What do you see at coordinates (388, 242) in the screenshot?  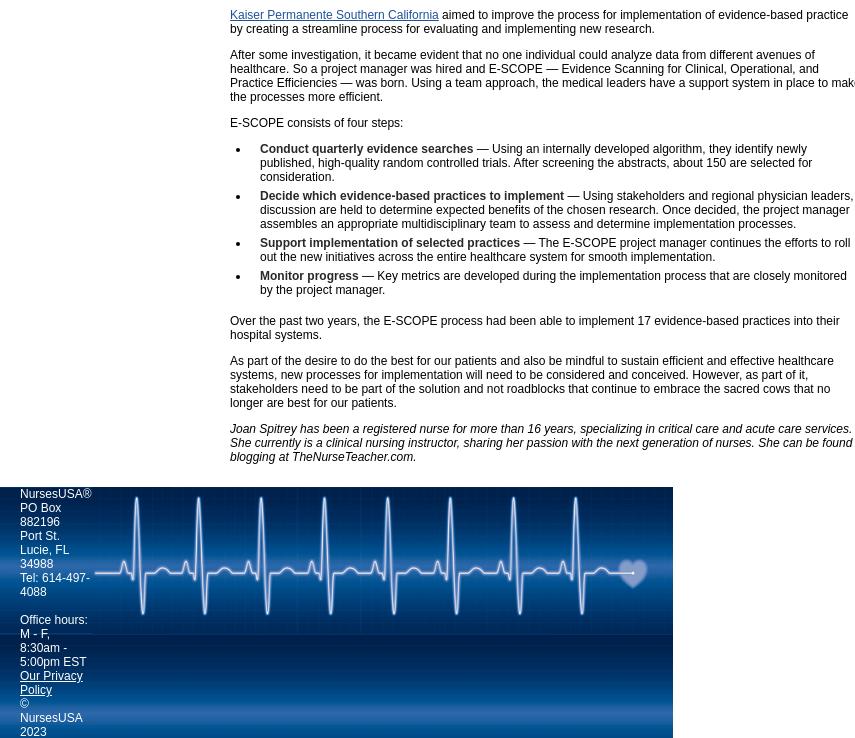 I see `'Support implementation of selected practices'` at bounding box center [388, 242].